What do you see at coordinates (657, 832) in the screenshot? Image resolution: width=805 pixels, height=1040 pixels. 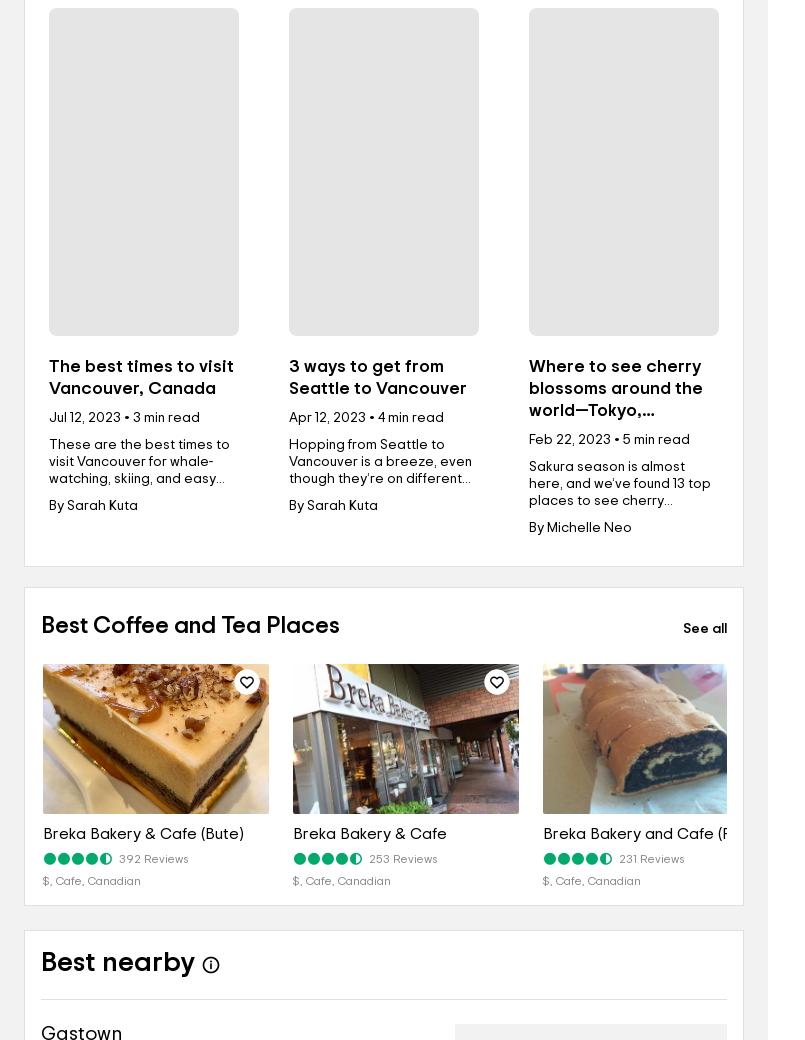 I see `'Breka Bakery and Cafe (Fraser)'` at bounding box center [657, 832].